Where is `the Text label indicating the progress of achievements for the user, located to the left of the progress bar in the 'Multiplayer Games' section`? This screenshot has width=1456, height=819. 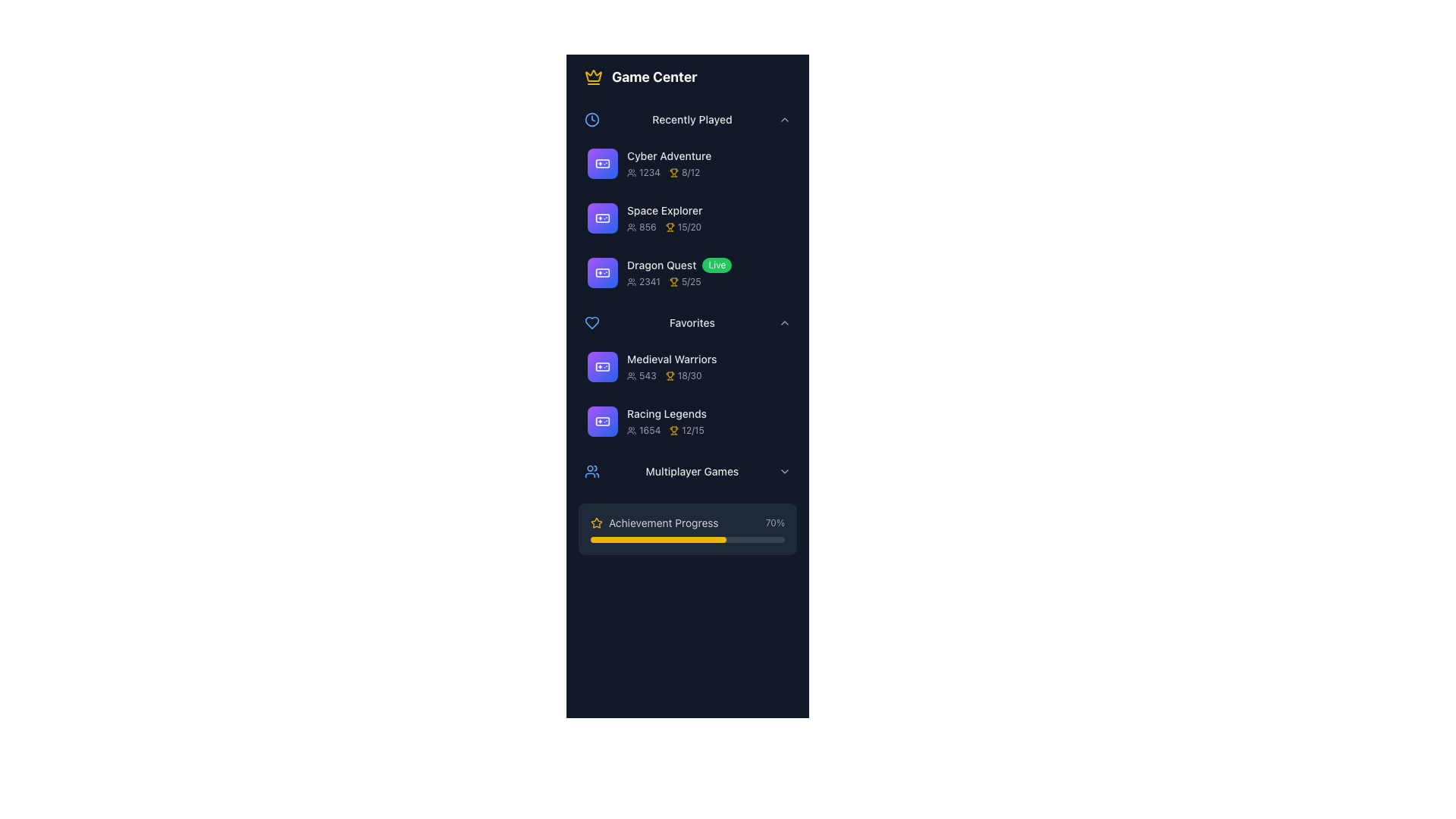
the Text label indicating the progress of achievements for the user, located to the left of the progress bar in the 'Multiplayer Games' section is located at coordinates (654, 522).